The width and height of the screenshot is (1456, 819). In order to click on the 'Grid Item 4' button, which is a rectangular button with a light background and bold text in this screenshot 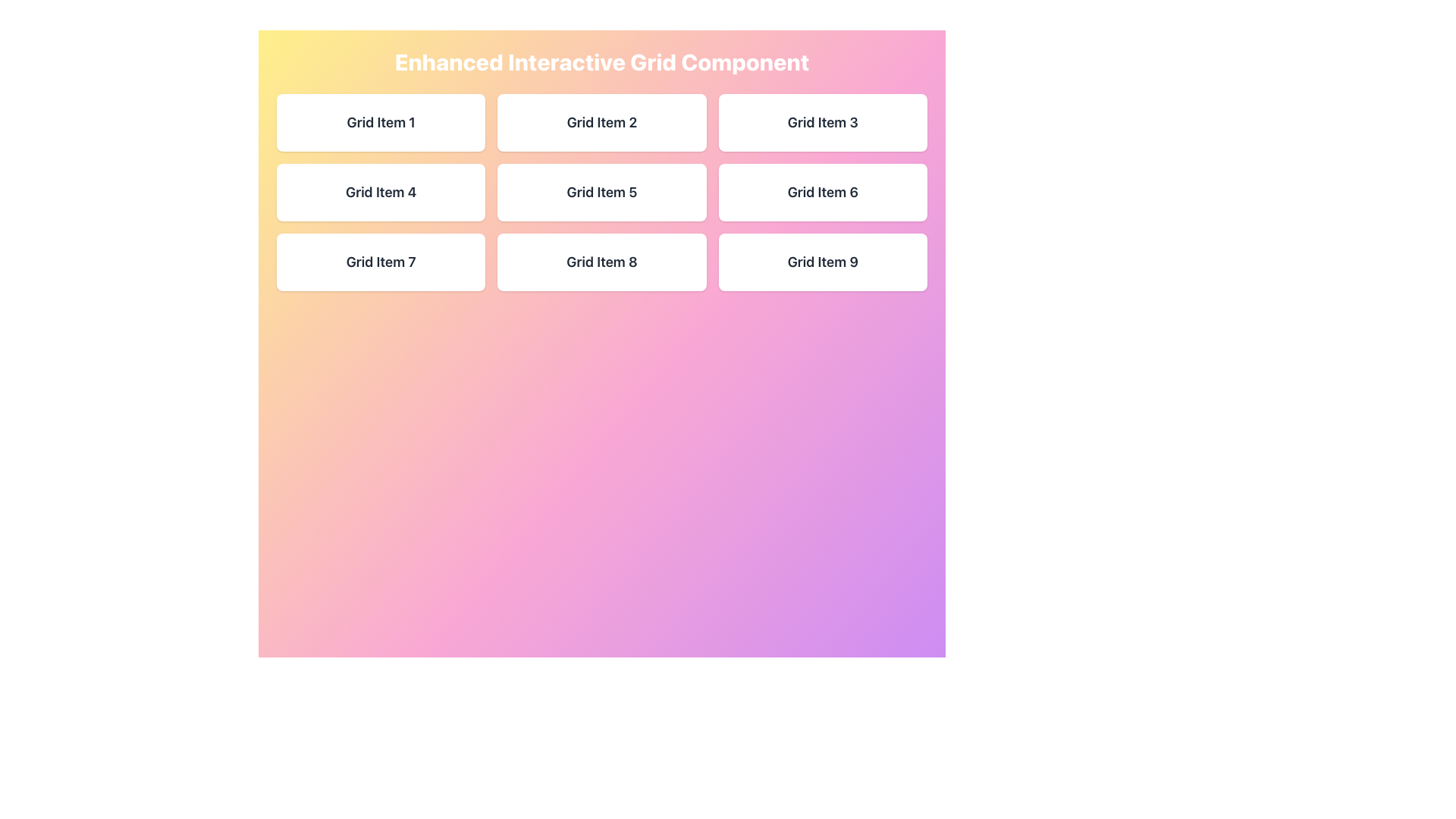, I will do `click(381, 192)`.